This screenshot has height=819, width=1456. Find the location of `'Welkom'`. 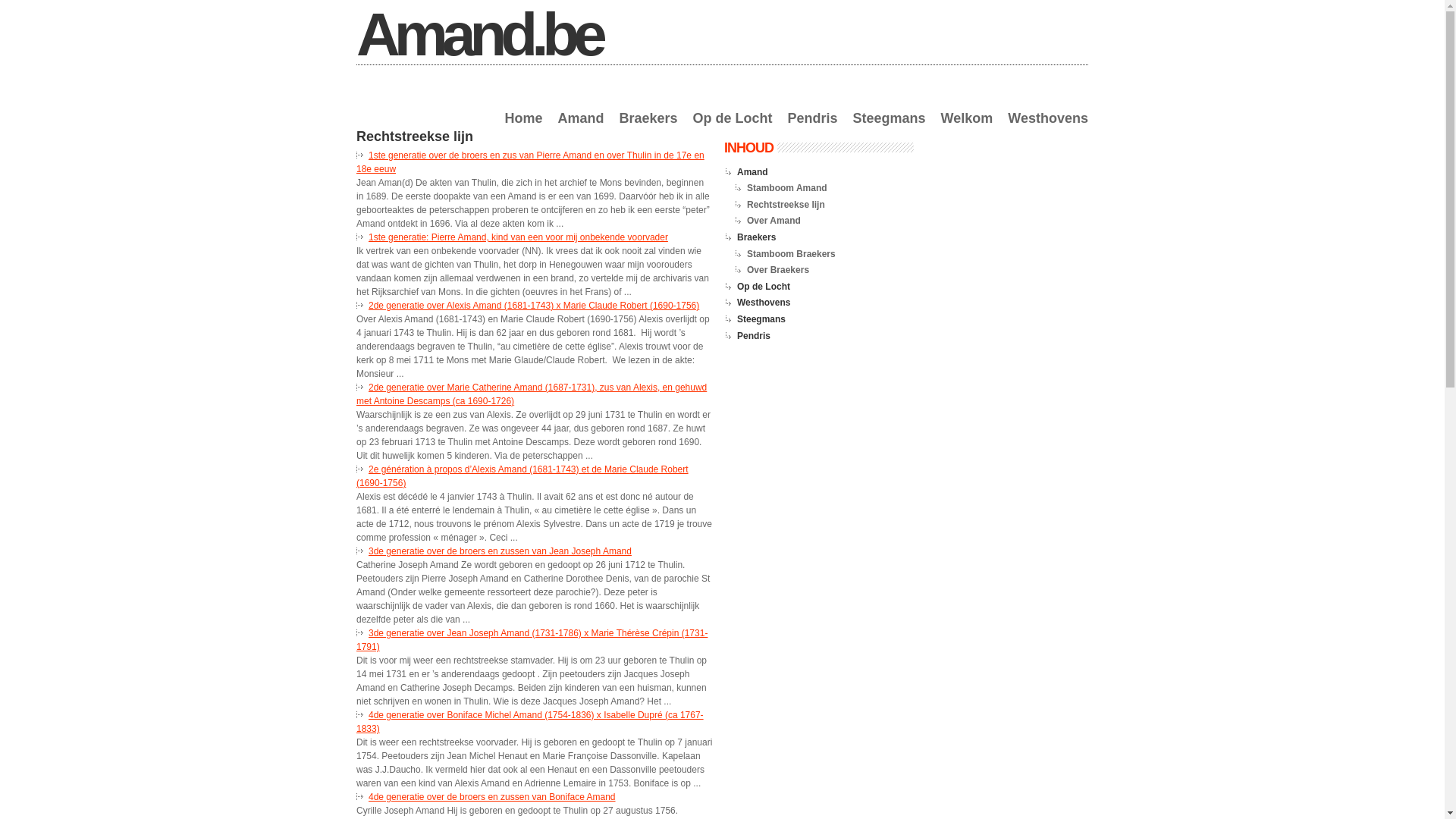

'Welkom' is located at coordinates (966, 126).